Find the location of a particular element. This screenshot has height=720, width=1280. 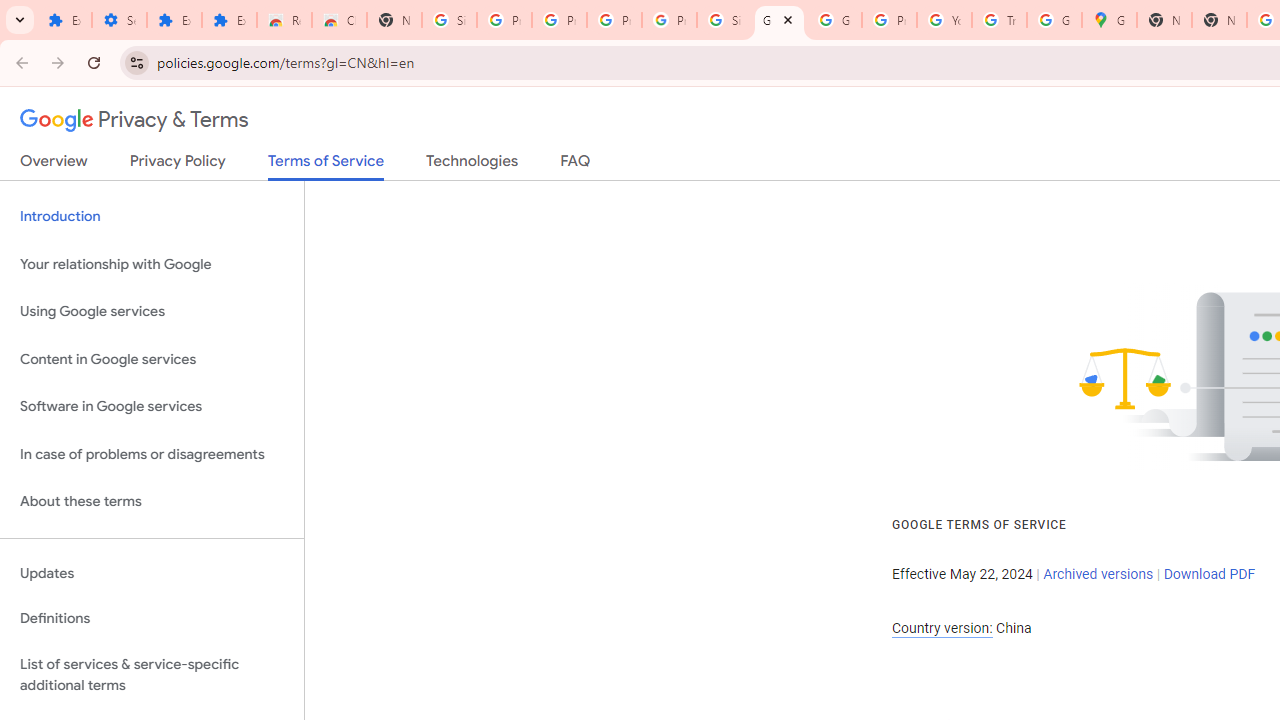

'Using Google services' is located at coordinates (151, 312).